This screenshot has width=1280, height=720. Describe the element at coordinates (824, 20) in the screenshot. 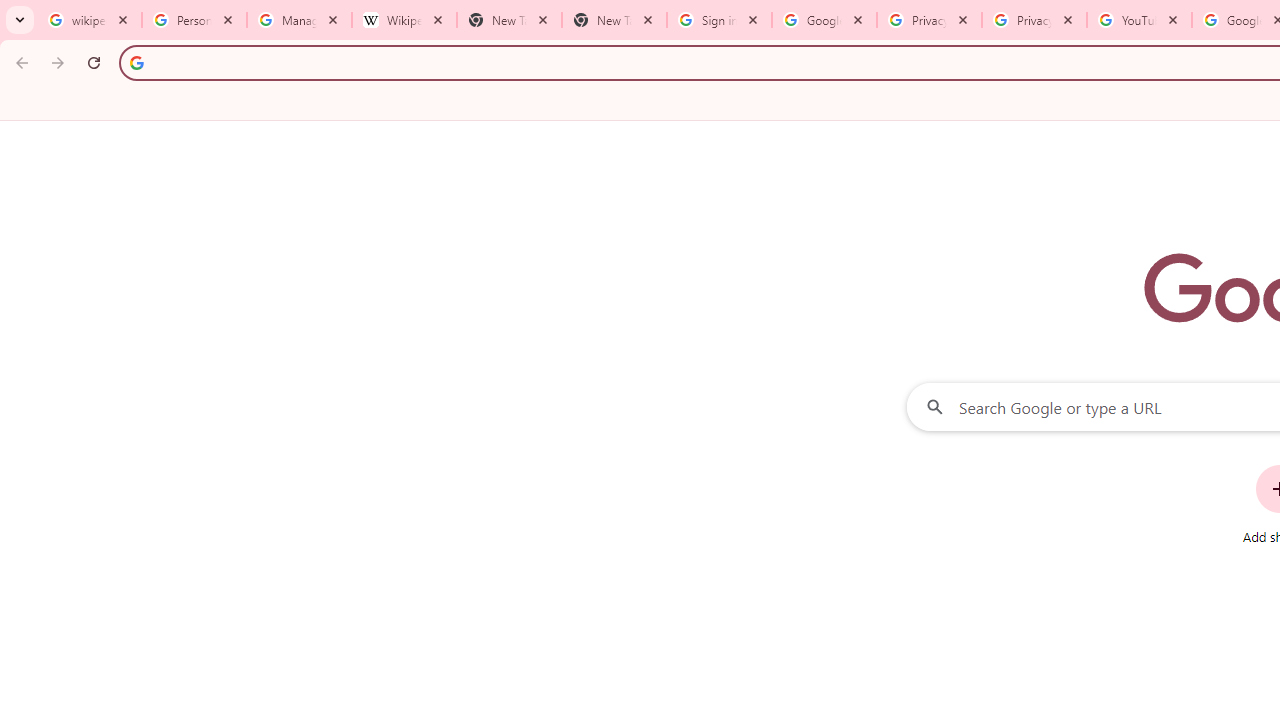

I see `'Google Drive: Sign-in'` at that location.